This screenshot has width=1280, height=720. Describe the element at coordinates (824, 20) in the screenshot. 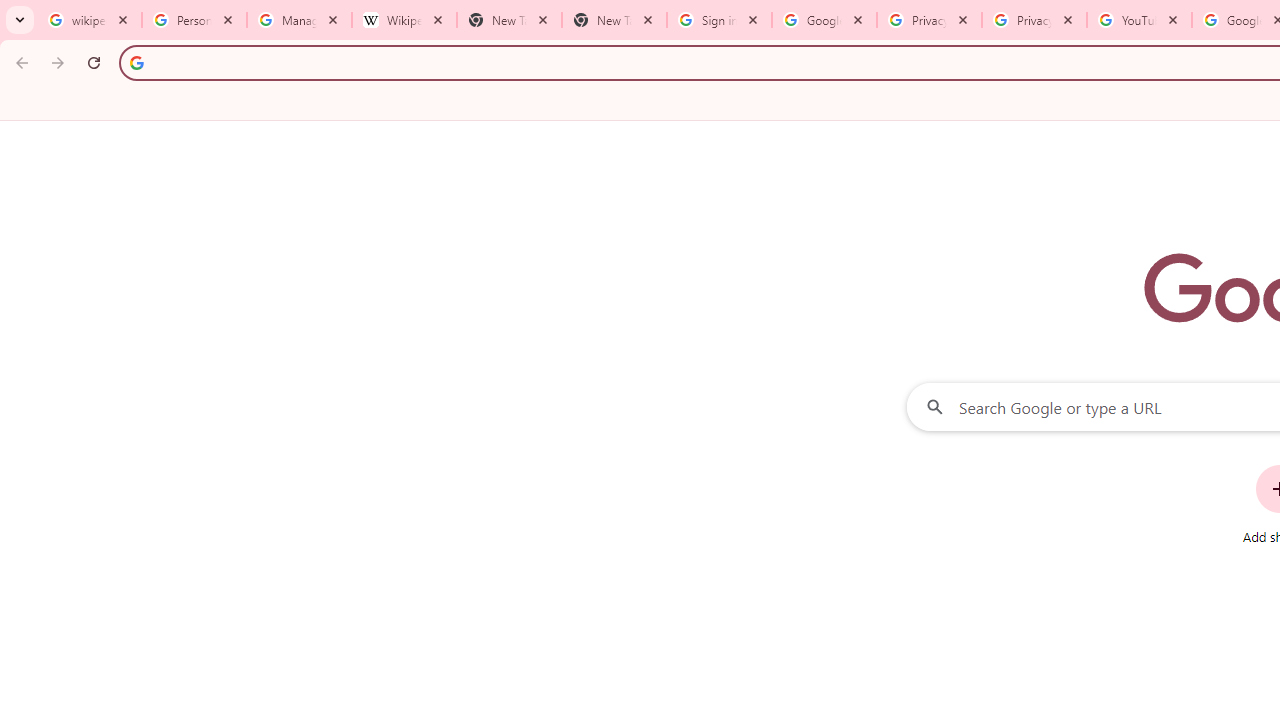

I see `'Google Drive: Sign-in'` at that location.